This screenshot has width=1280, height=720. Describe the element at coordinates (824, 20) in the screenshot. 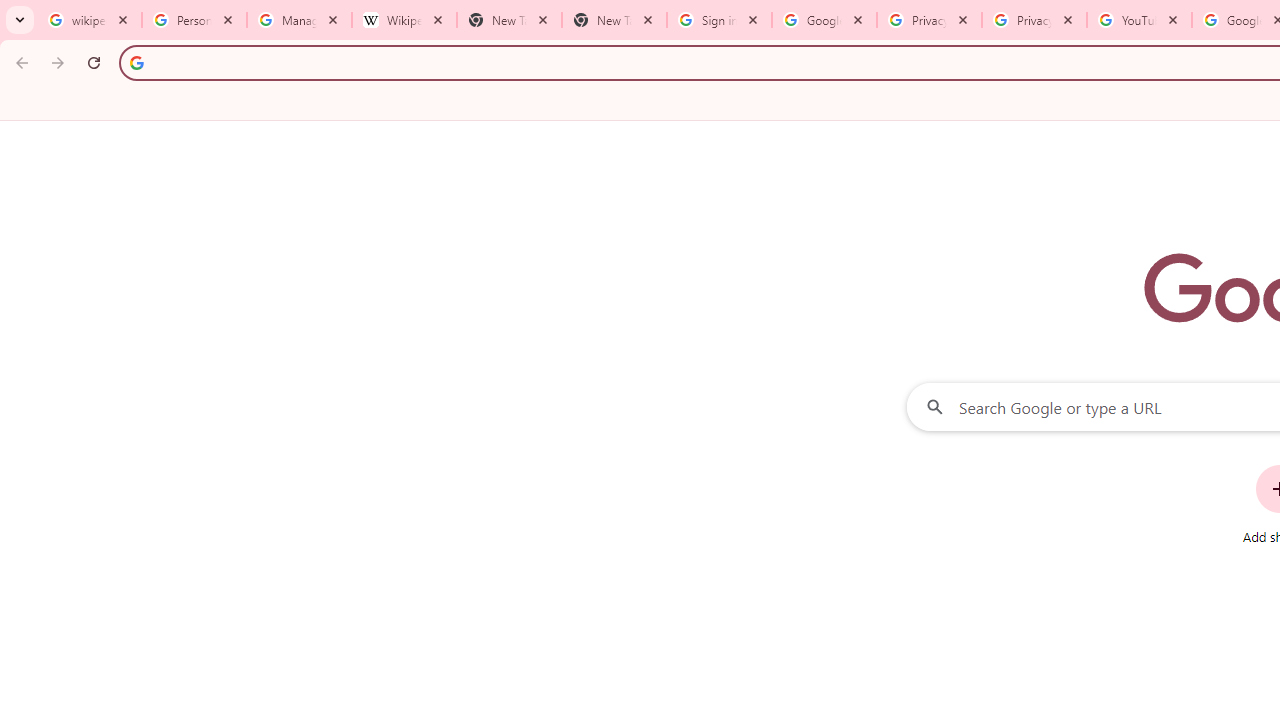

I see `'Google Drive: Sign-in'` at that location.